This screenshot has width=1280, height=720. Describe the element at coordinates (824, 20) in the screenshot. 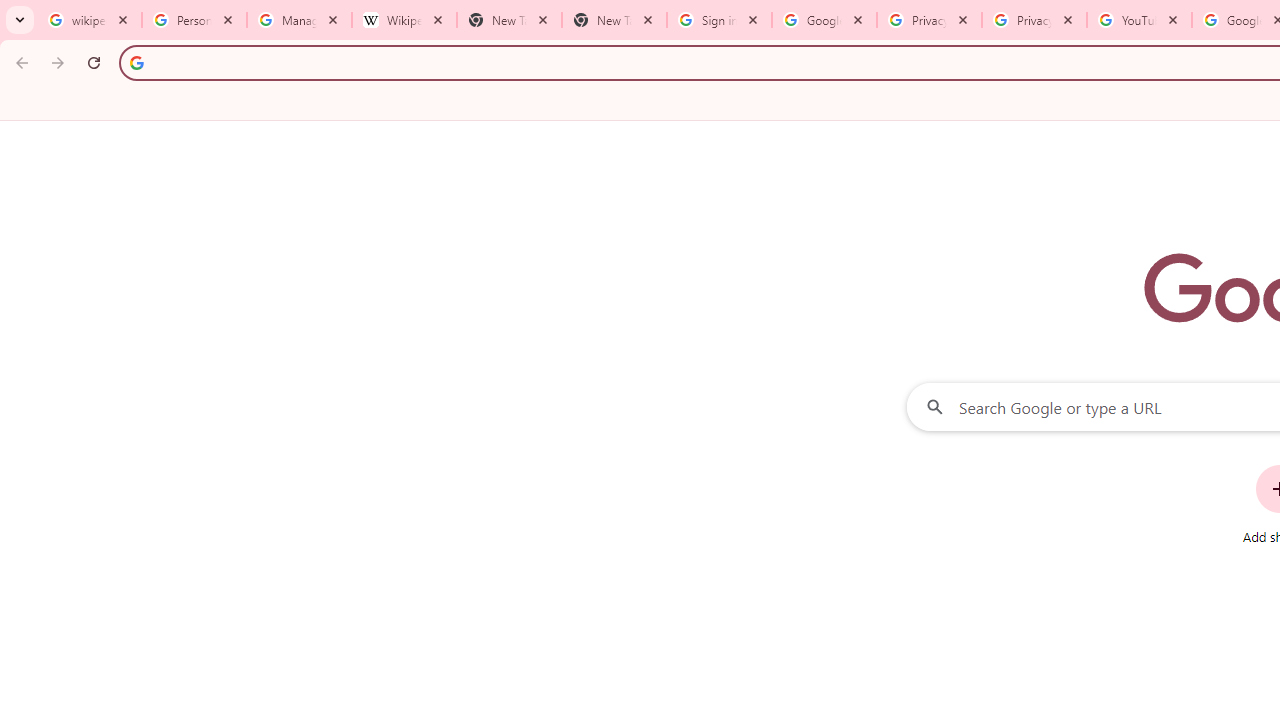

I see `'Google Drive: Sign-in'` at that location.